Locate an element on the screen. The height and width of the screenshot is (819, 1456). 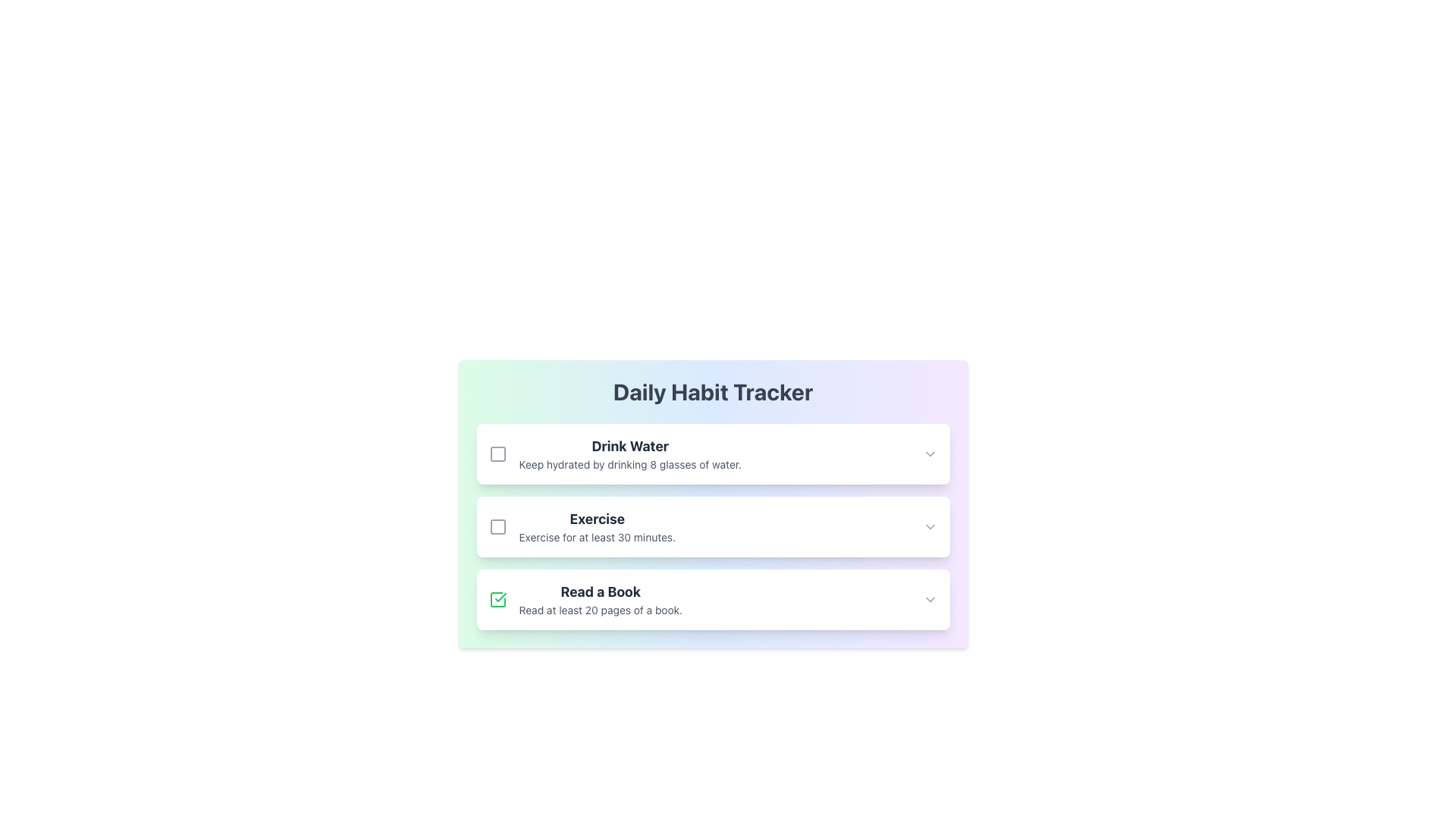
the expand/collapse icon in the top right corner of the 'Exercise' card is located at coordinates (929, 526).